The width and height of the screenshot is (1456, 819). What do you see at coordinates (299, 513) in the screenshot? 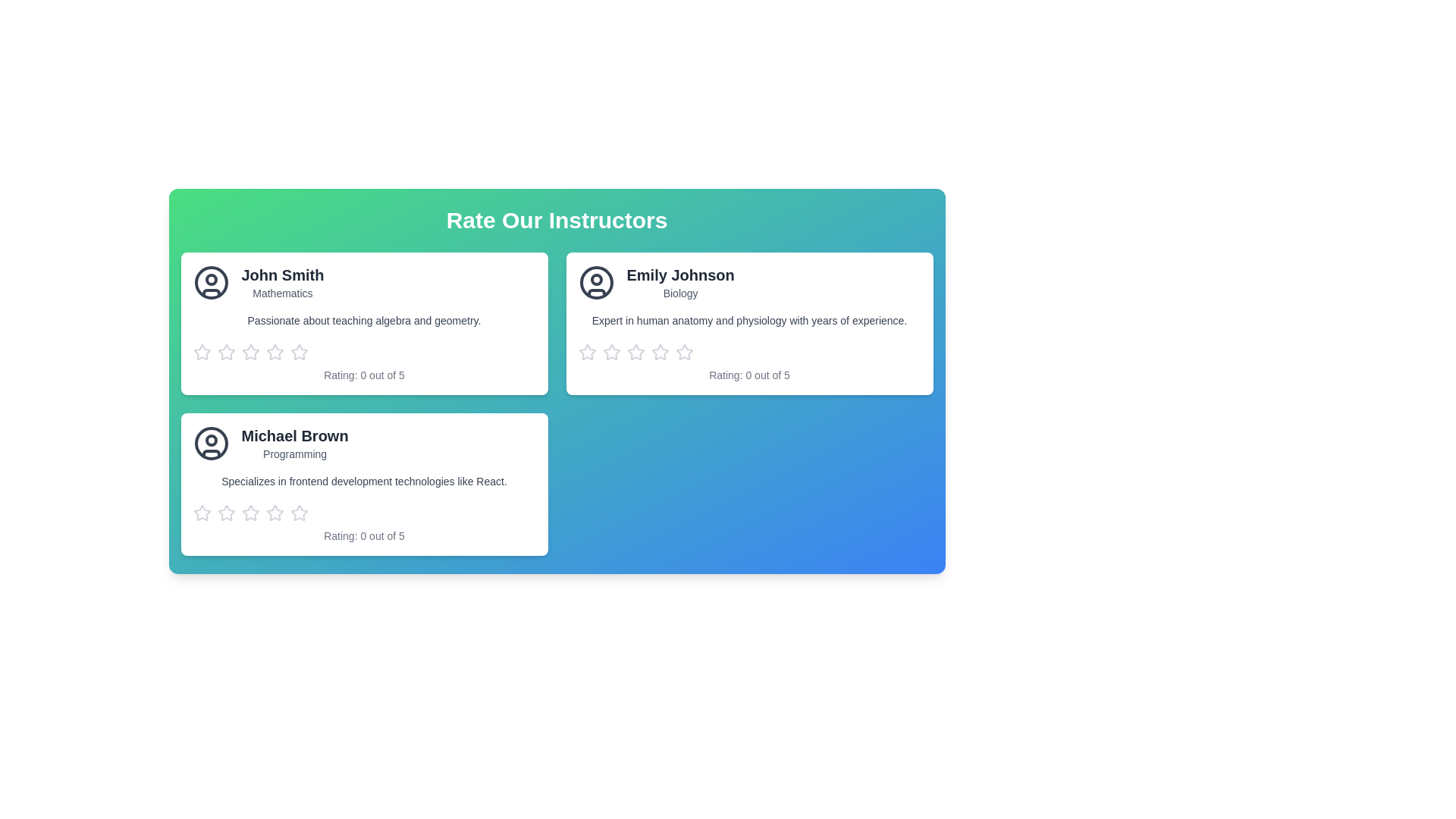
I see `the fifth star-shaped rating icon, which has a white interior and gray border, located under the instructor 'Michael Brown' in the rating section of the card` at bounding box center [299, 513].